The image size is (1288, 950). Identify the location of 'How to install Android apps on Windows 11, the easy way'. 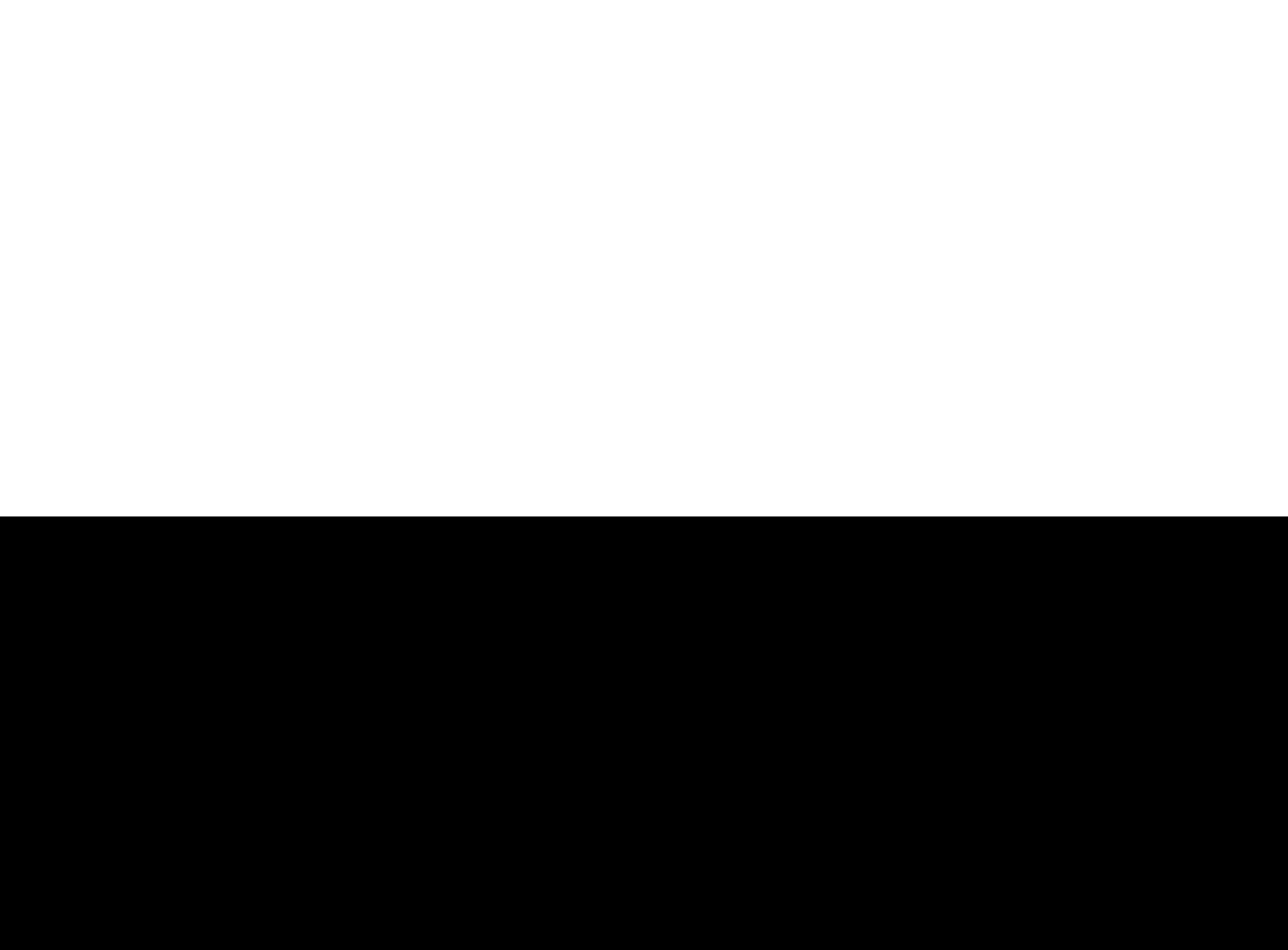
(793, 60).